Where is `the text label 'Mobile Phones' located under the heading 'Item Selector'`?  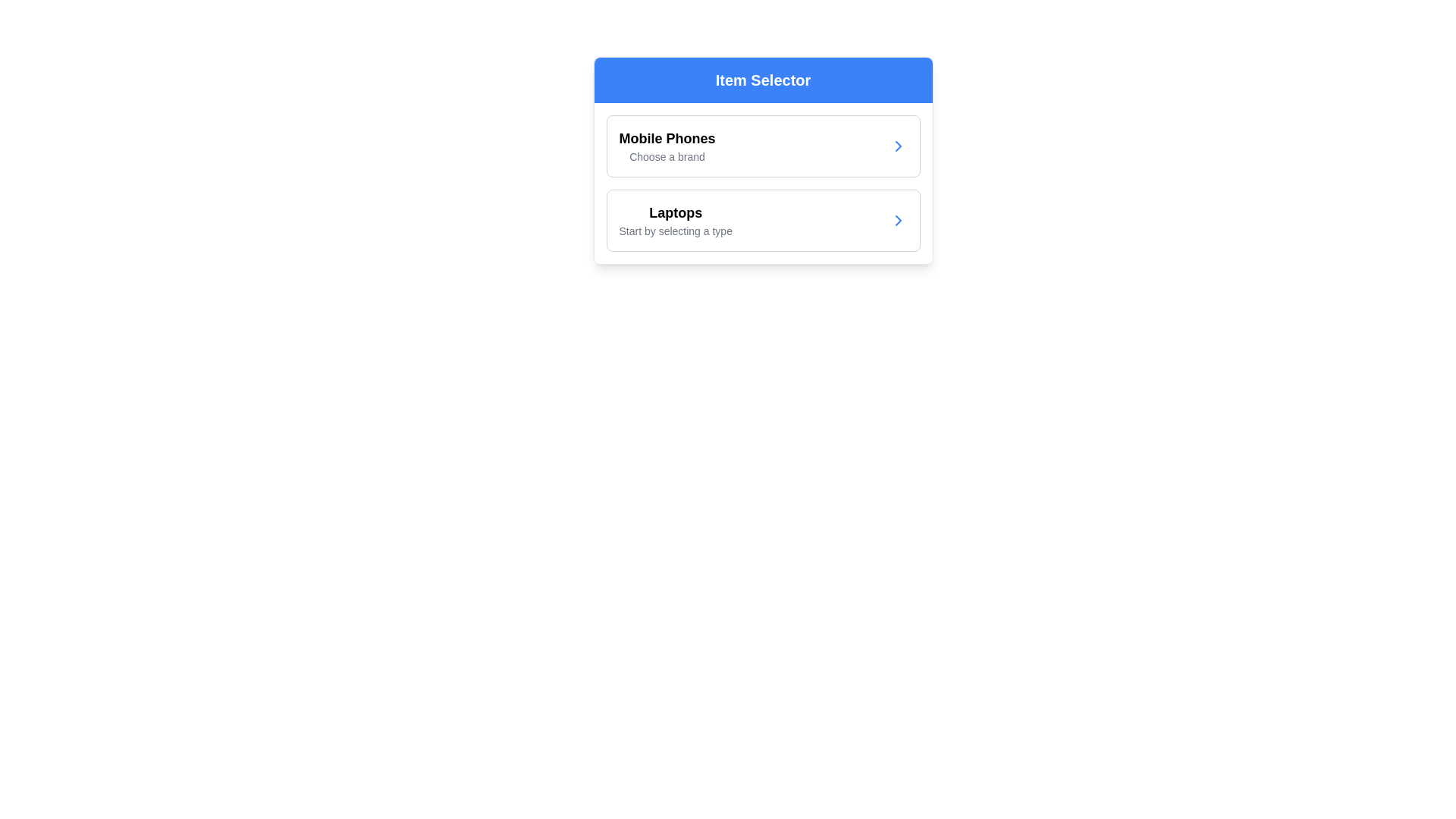 the text label 'Mobile Phones' located under the heading 'Item Selector' is located at coordinates (667, 138).